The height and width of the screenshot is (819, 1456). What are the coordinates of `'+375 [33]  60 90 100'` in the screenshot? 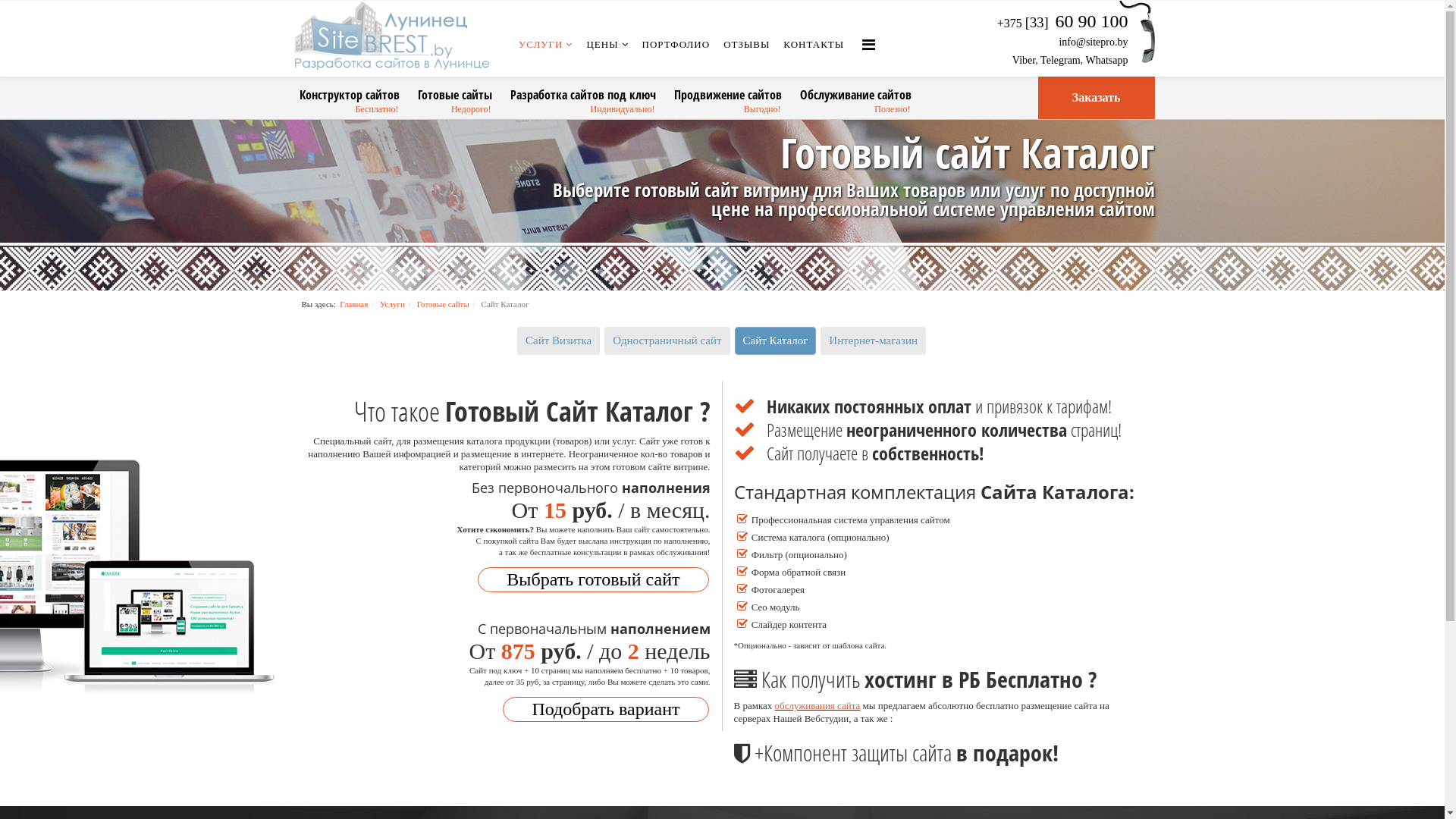 It's located at (1062, 23).